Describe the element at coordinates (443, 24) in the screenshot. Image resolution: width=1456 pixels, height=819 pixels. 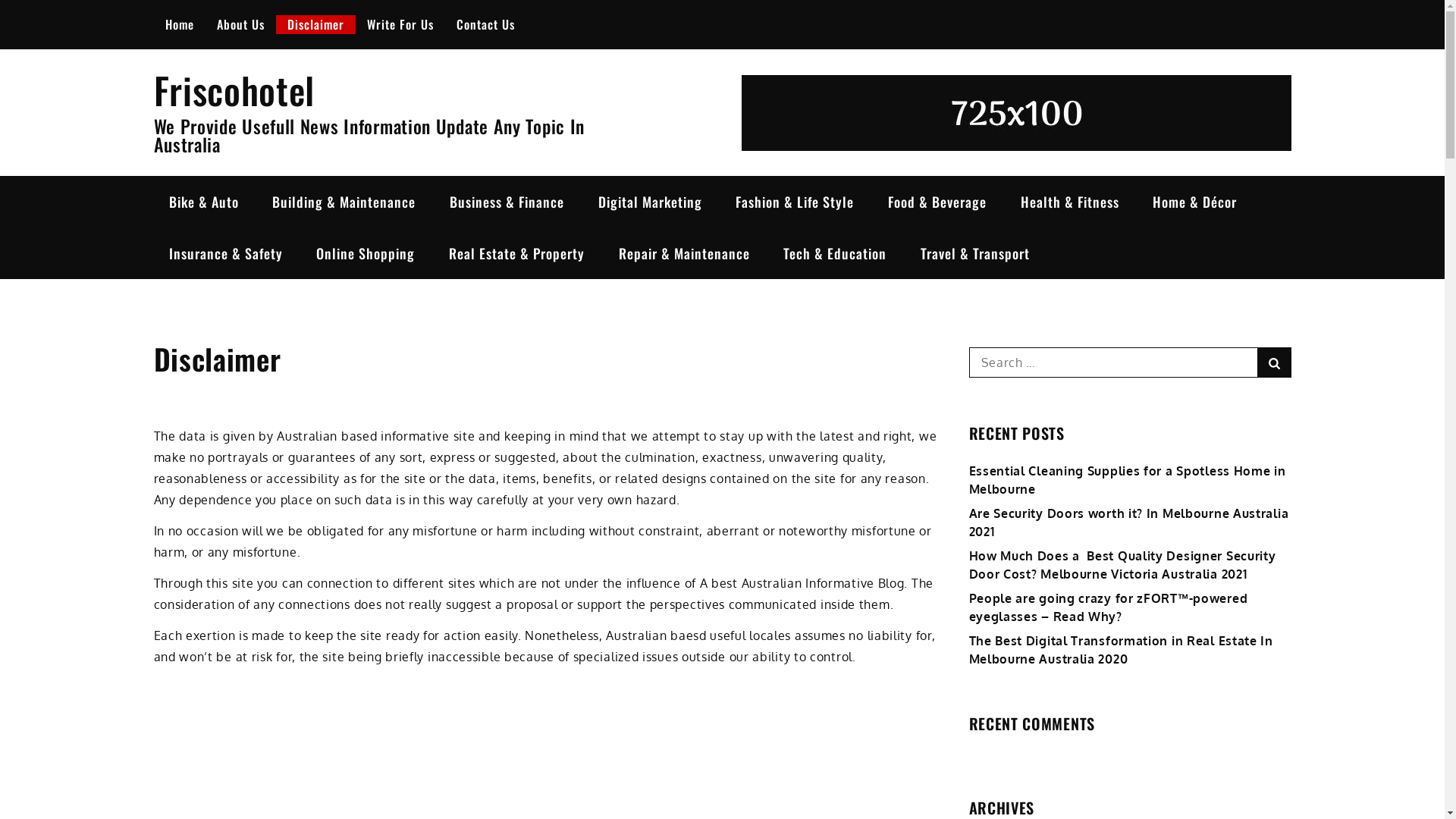
I see `'Contact Us'` at that location.